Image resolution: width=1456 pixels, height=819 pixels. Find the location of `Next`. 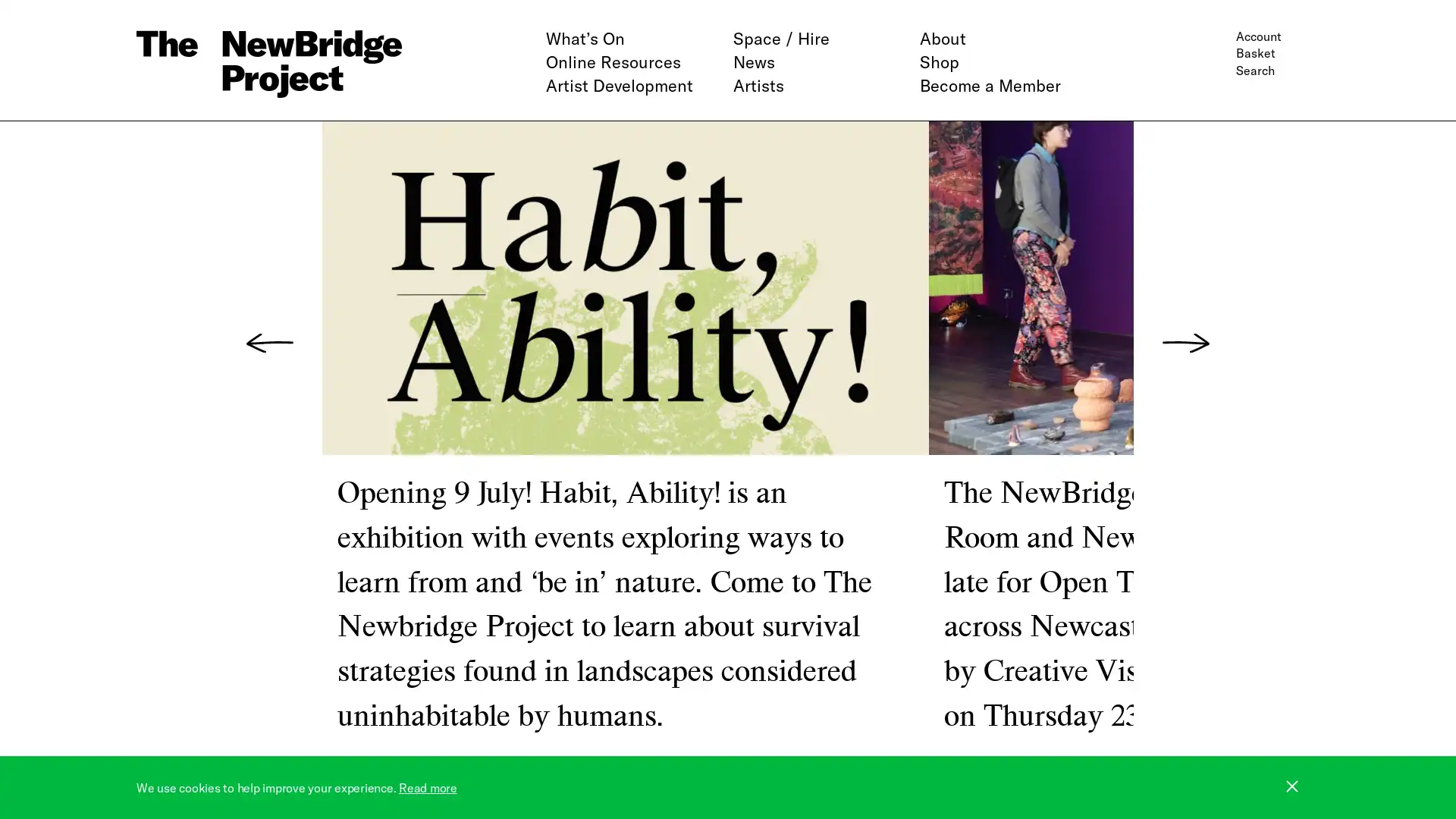

Next is located at coordinates (1185, 343).